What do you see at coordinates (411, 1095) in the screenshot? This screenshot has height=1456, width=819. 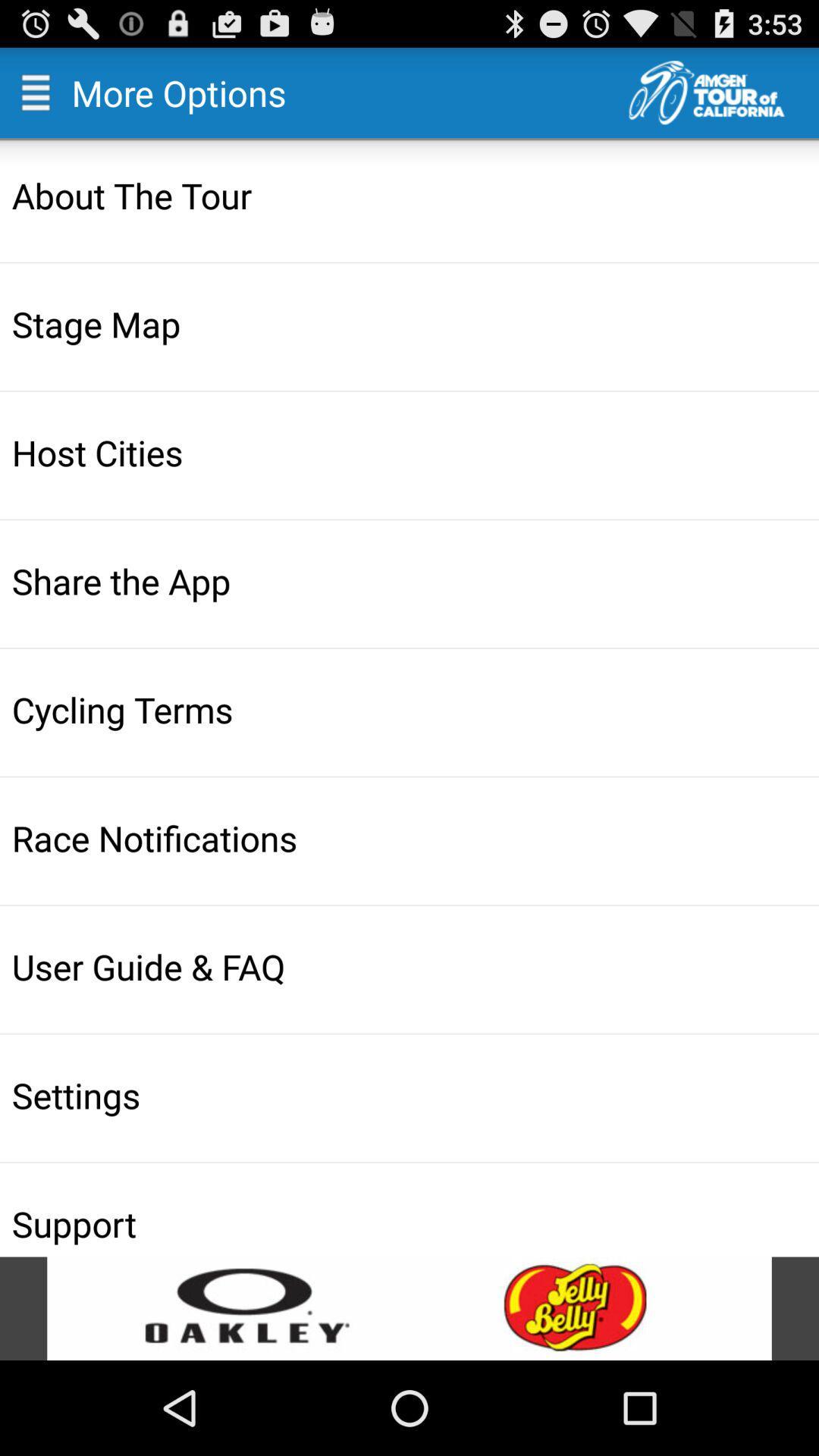 I see `settings` at bounding box center [411, 1095].